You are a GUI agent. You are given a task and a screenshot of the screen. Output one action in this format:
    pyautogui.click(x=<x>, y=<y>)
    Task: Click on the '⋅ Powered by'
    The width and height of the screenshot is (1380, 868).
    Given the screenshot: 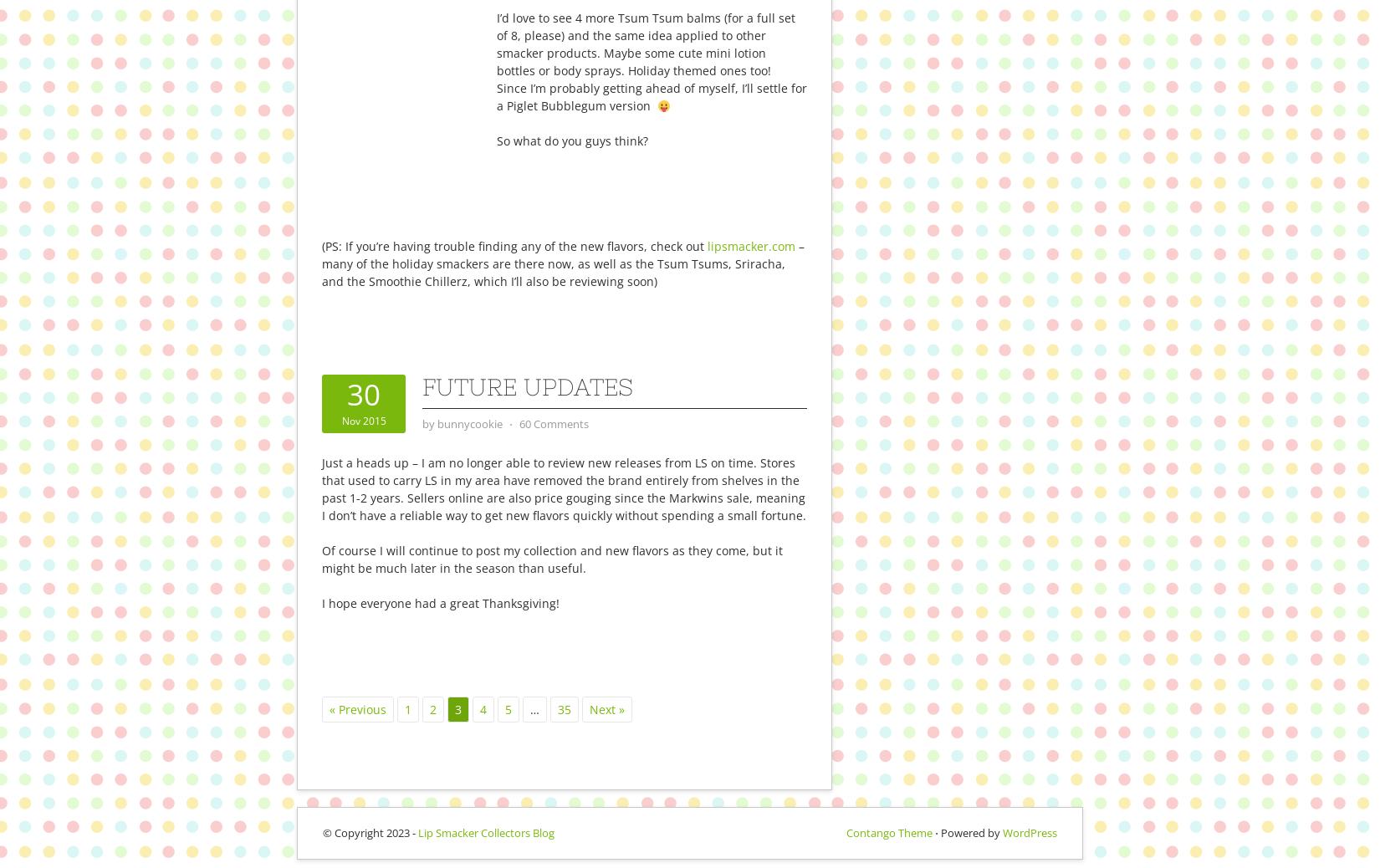 What is the action you would take?
    pyautogui.click(x=967, y=832)
    